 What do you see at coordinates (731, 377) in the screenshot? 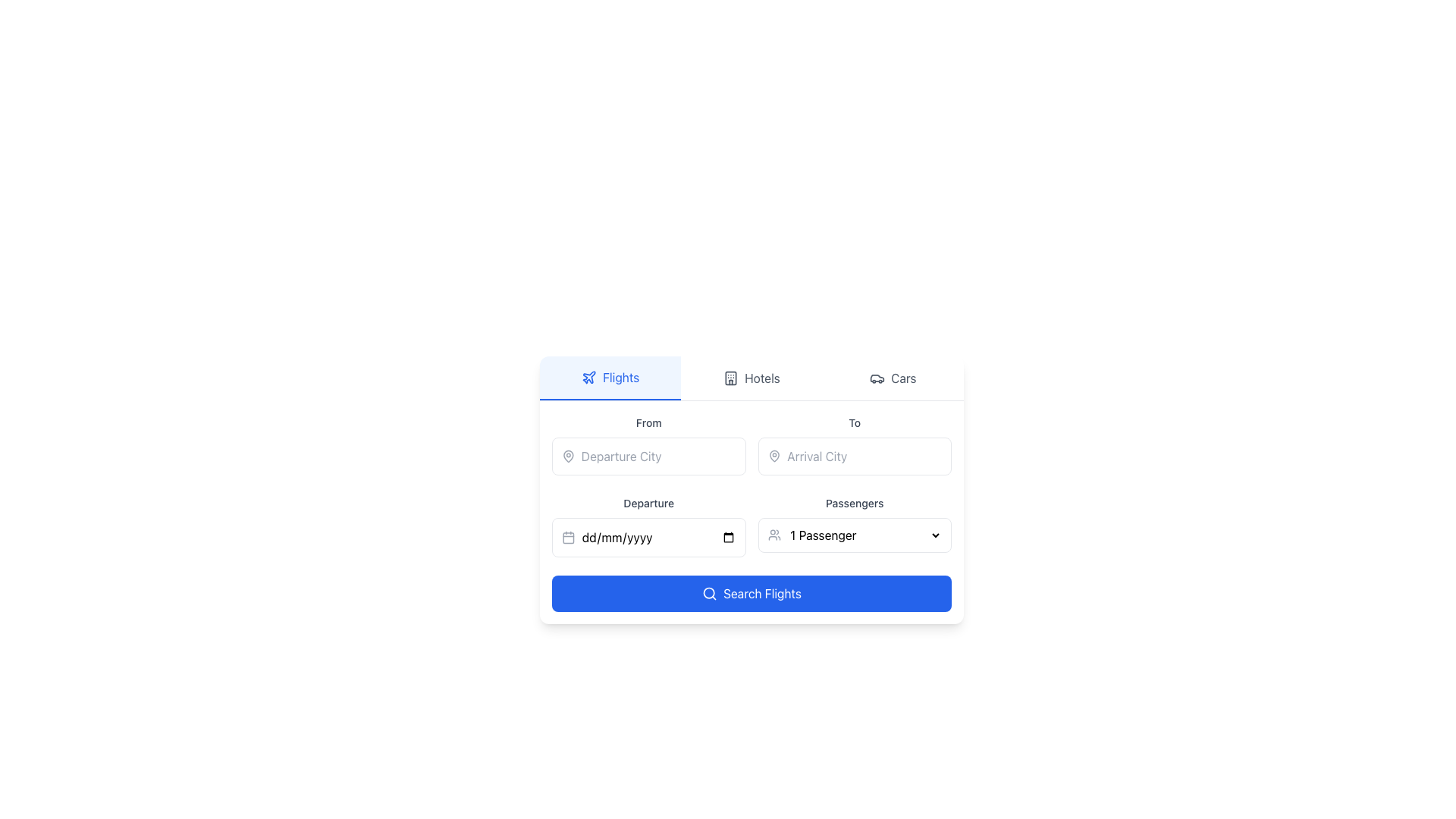
I see `the Icon component representing a hotel within the 'Hotels' tab, which is a minimalistic rectangular element with rounded corners` at bounding box center [731, 377].